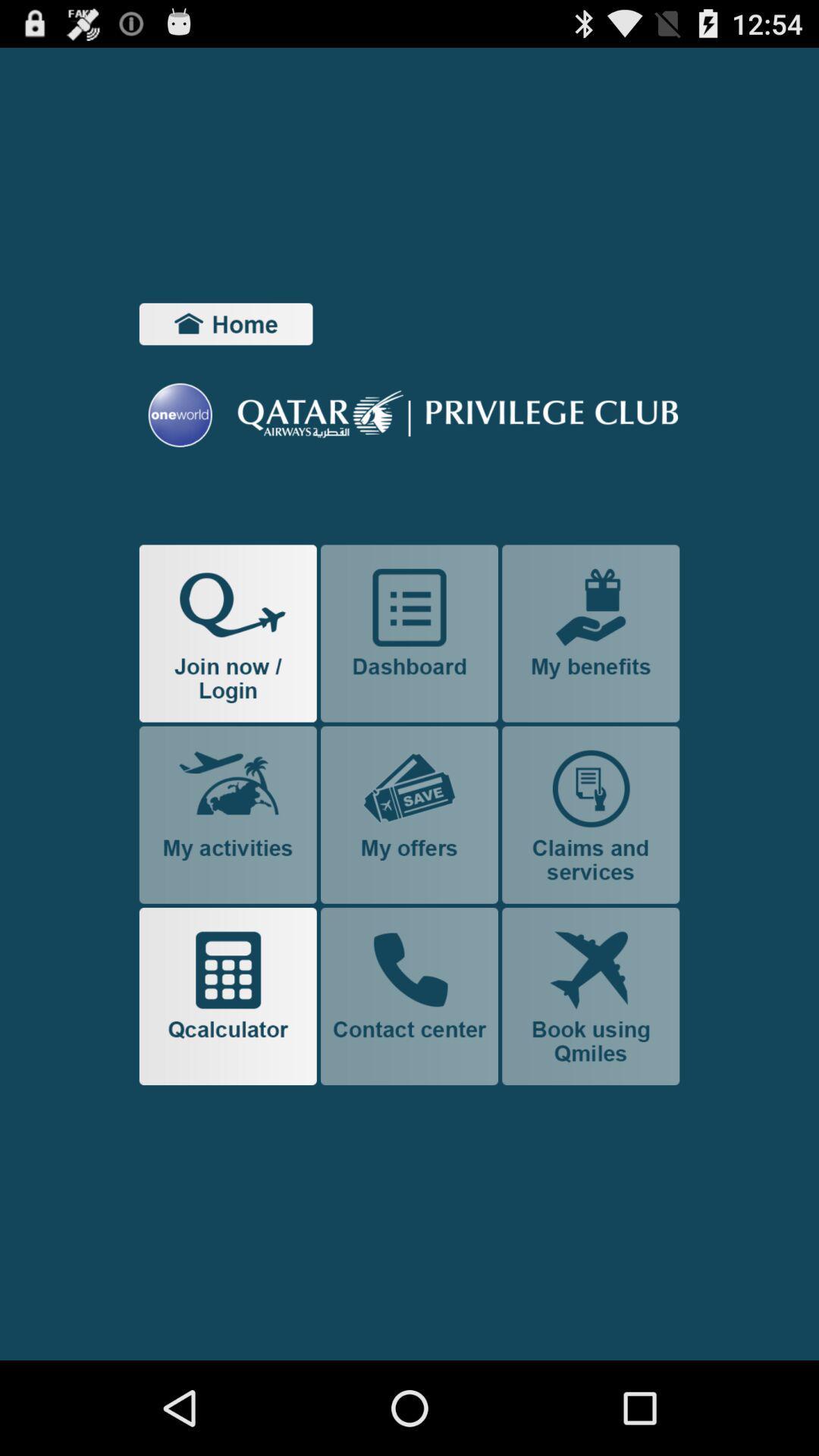 Image resolution: width=819 pixels, height=1456 pixels. I want to click on my benefits box, so click(590, 633).